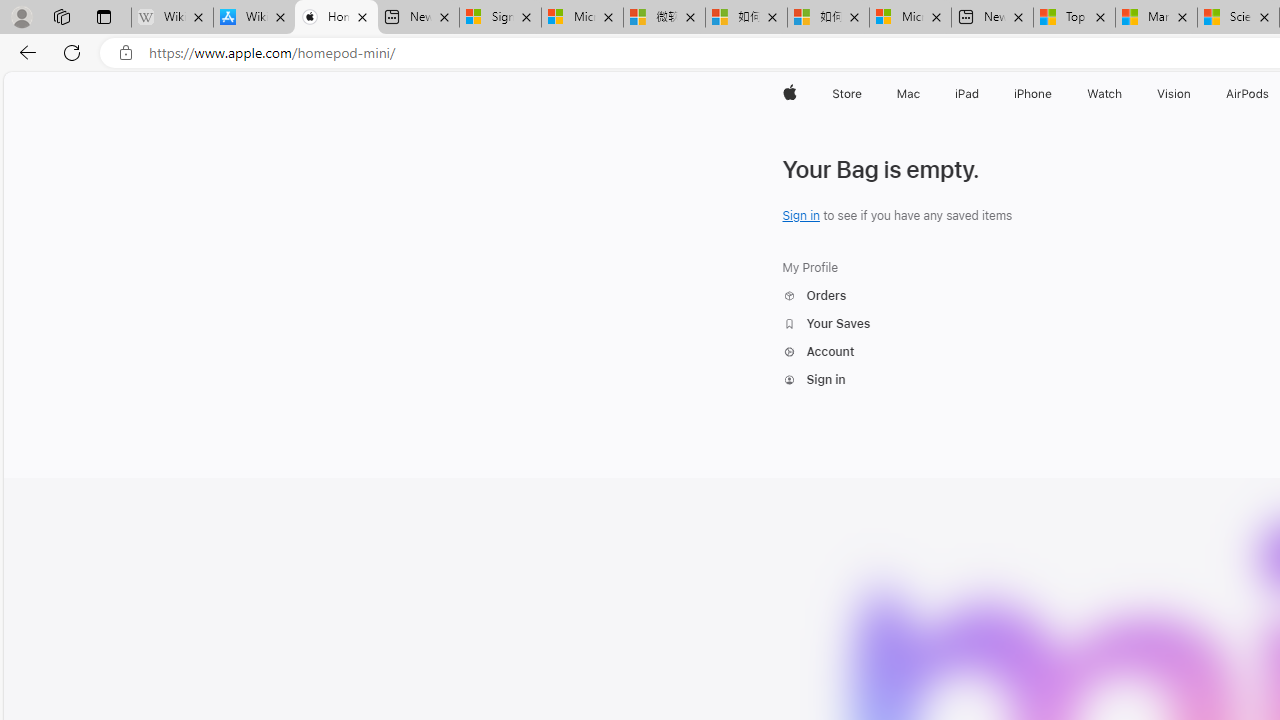  Describe the element at coordinates (788, 93) in the screenshot. I see `'Apple'` at that location.